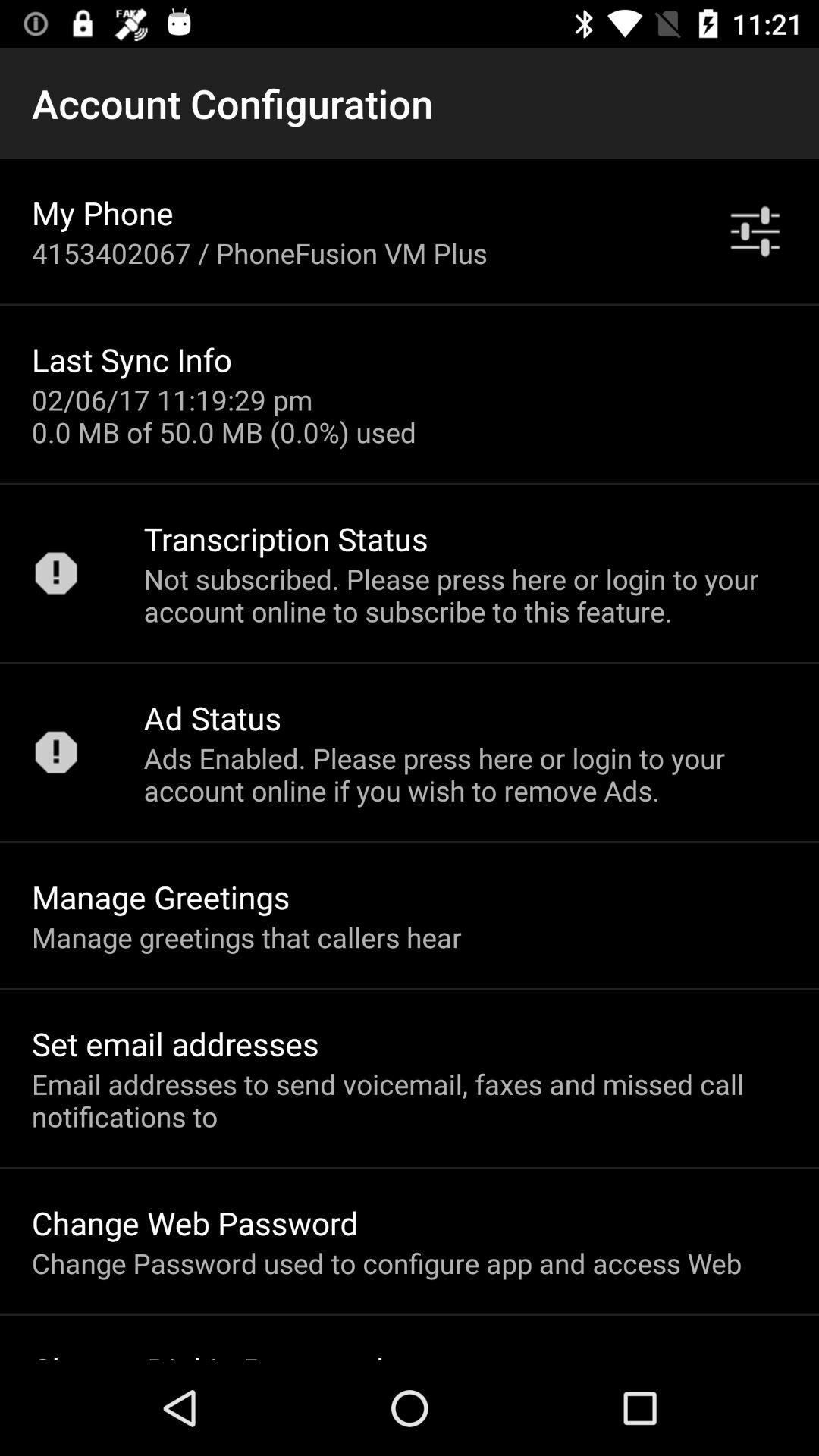  I want to click on the ad status app, so click(212, 717).